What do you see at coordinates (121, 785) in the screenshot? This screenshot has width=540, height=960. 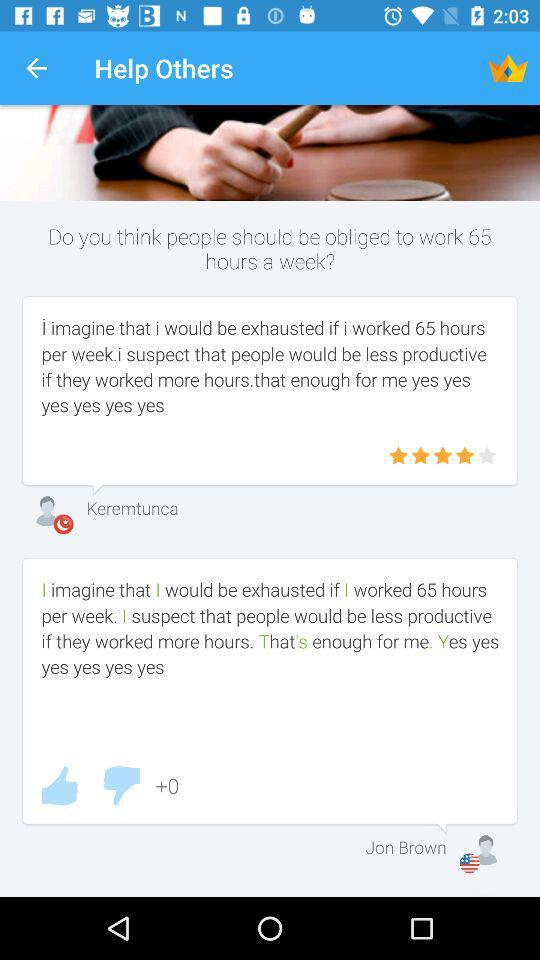 I see `thumbs down` at bounding box center [121, 785].